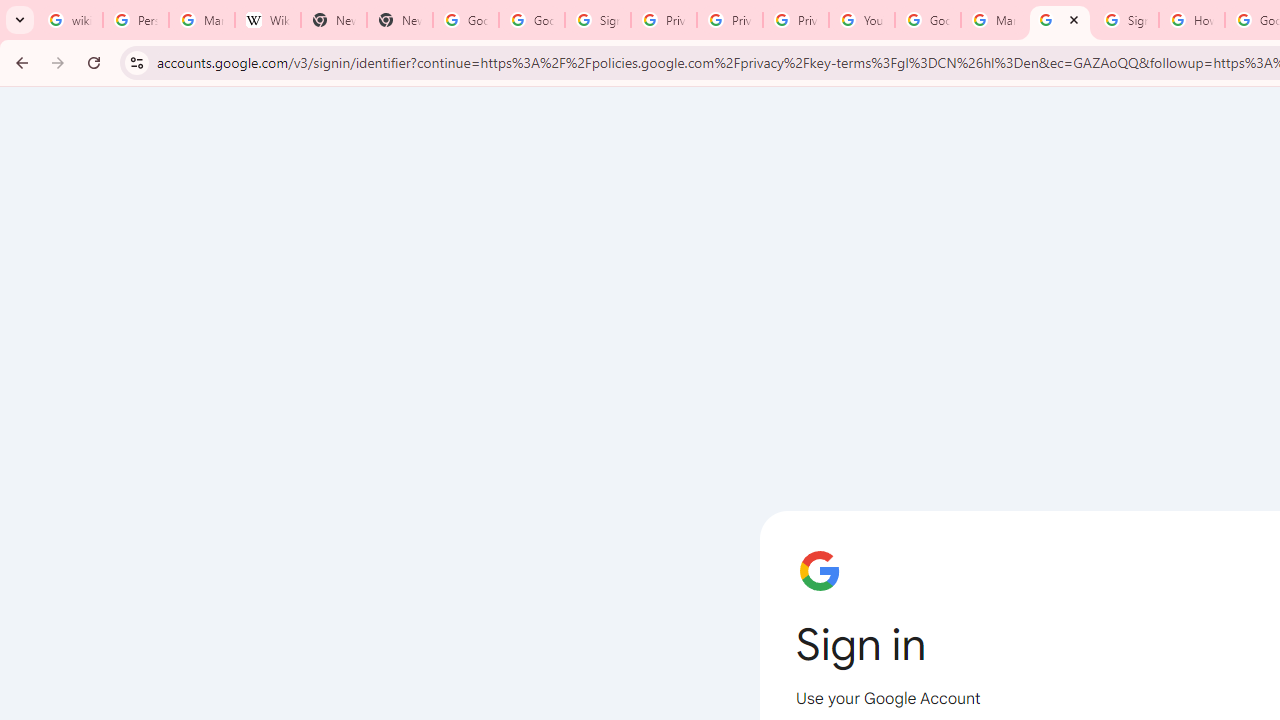 This screenshot has width=1280, height=720. What do you see at coordinates (1125, 20) in the screenshot?
I see `'Sign in - Google Accounts'` at bounding box center [1125, 20].